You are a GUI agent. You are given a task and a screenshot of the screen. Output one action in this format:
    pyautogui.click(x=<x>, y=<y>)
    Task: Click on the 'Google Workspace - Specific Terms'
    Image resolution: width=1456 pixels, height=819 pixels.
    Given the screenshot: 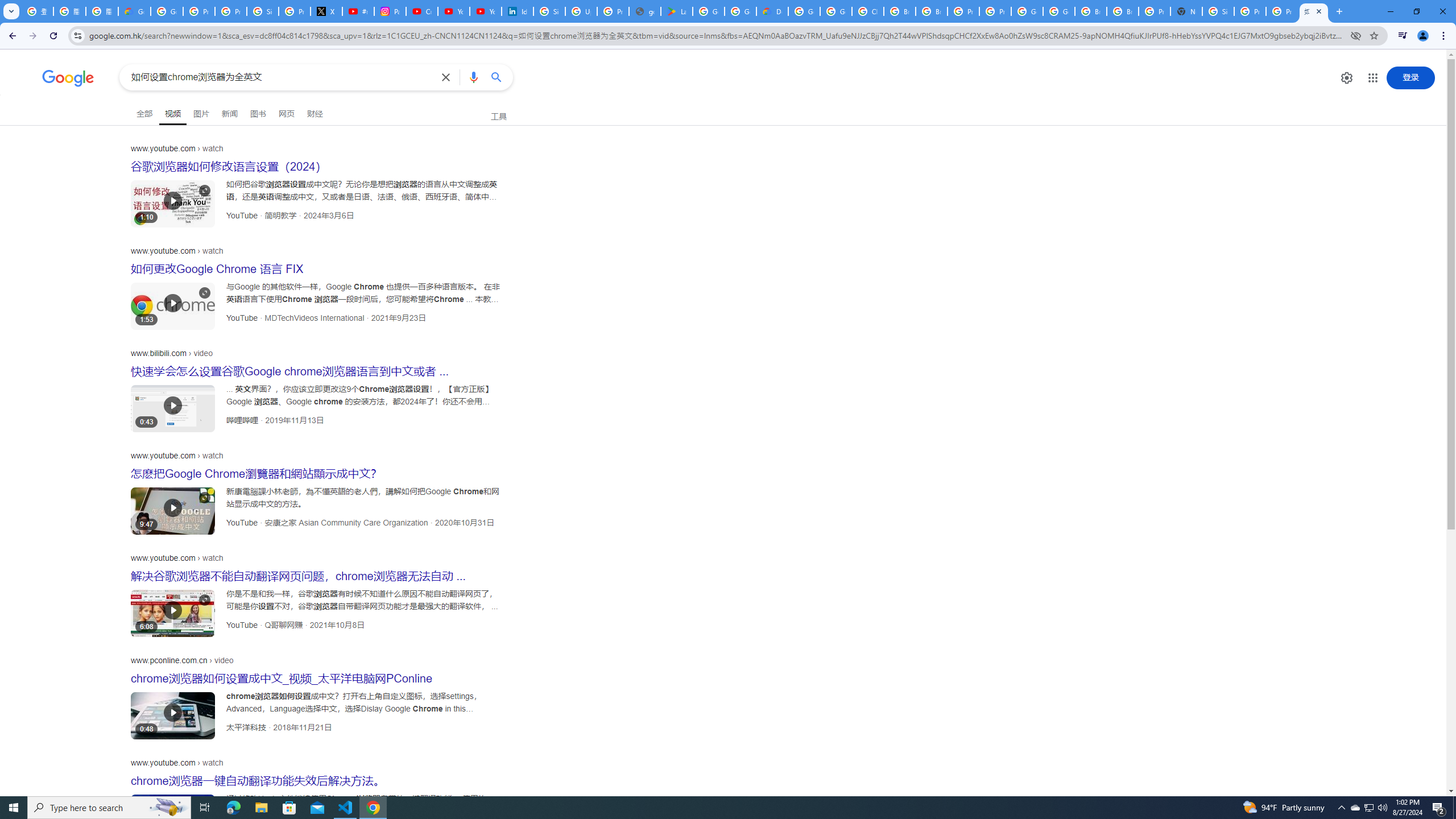 What is the action you would take?
    pyautogui.click(x=739, y=11)
    